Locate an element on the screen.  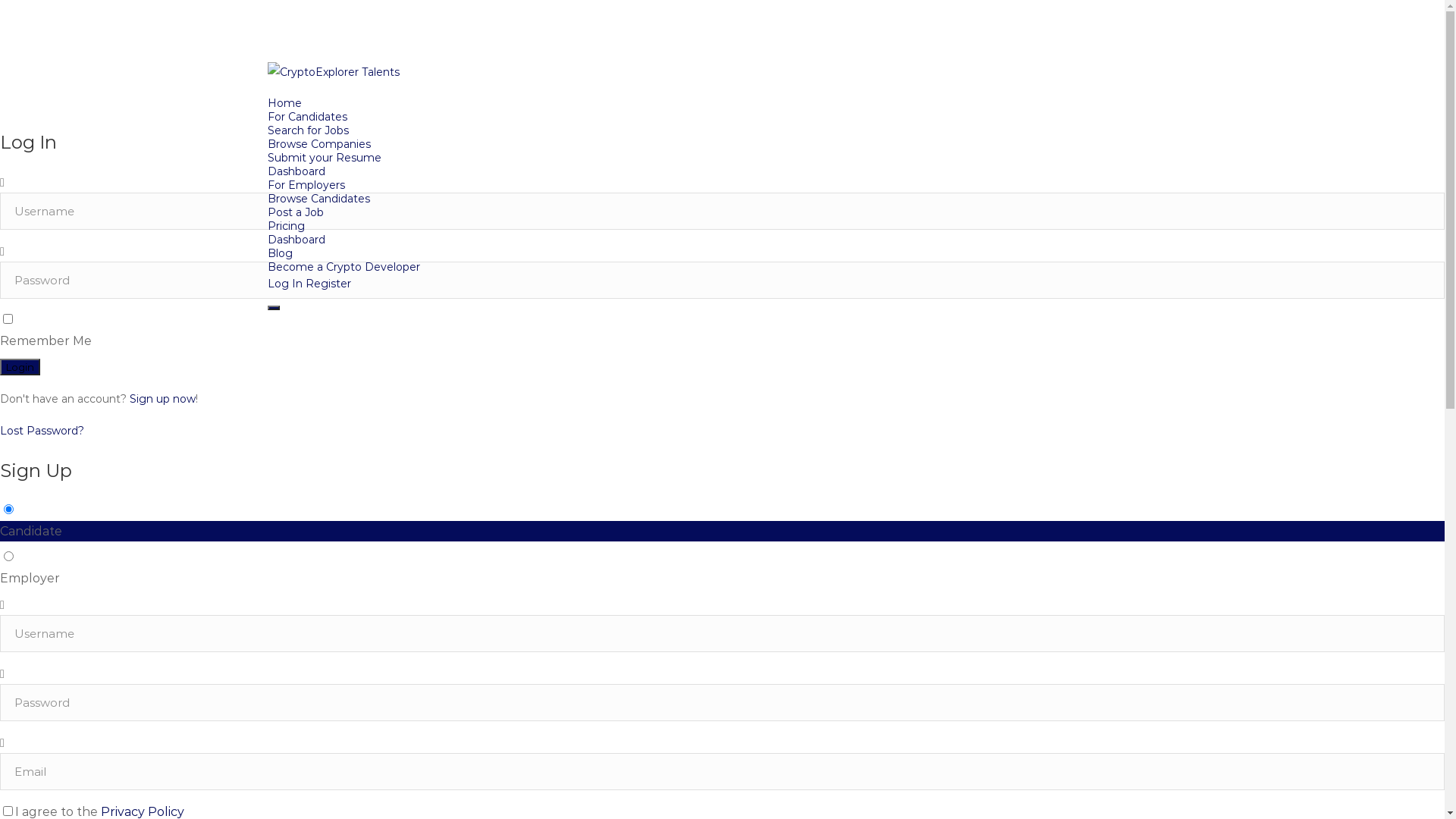
'Submit your Resume' is located at coordinates (323, 158).